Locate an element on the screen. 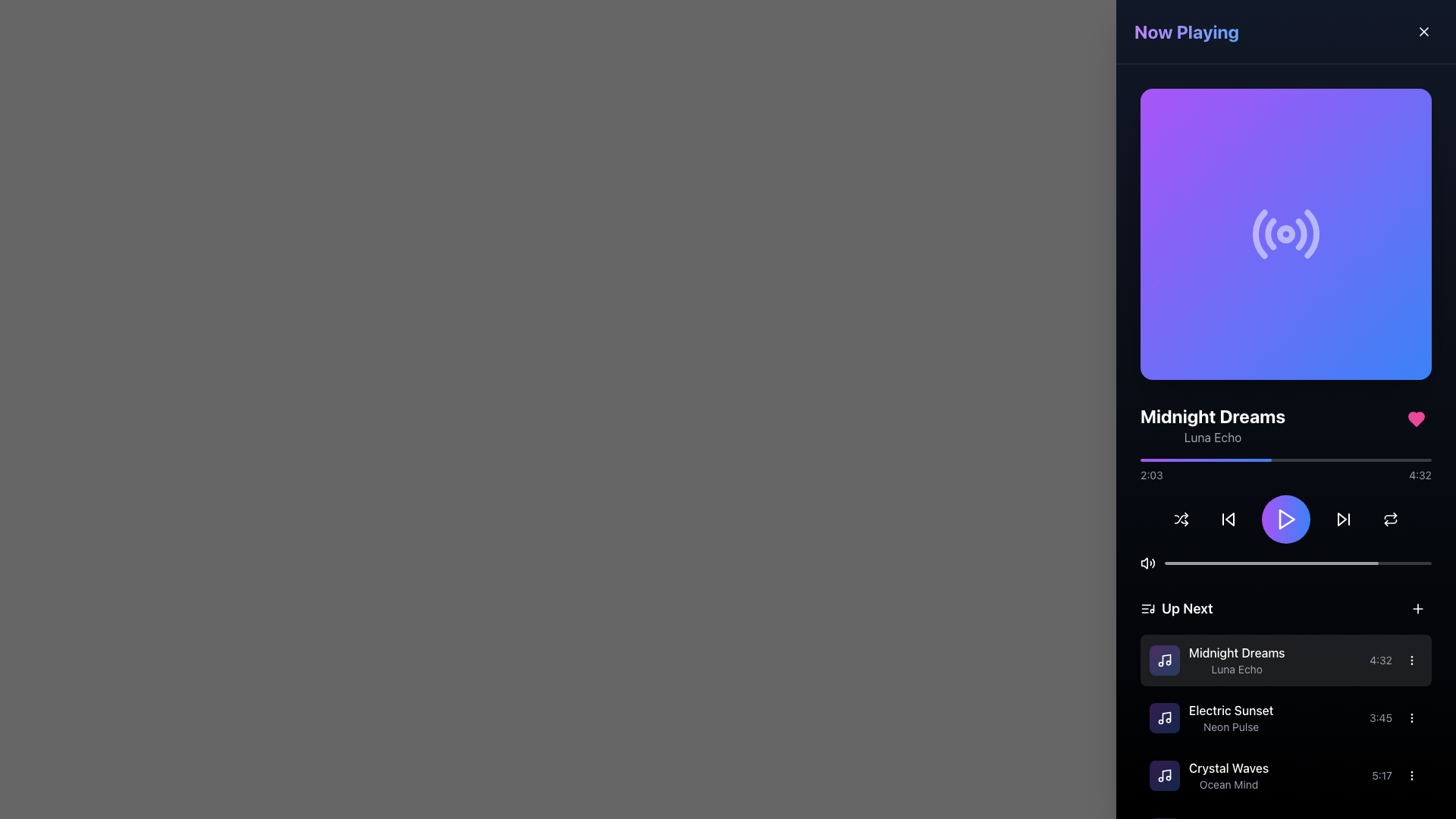 Image resolution: width=1456 pixels, height=819 pixels. to select the third track item in the playlist under the 'Up Next' section, which provides details such as title, artist, and duration is located at coordinates (1285, 775).